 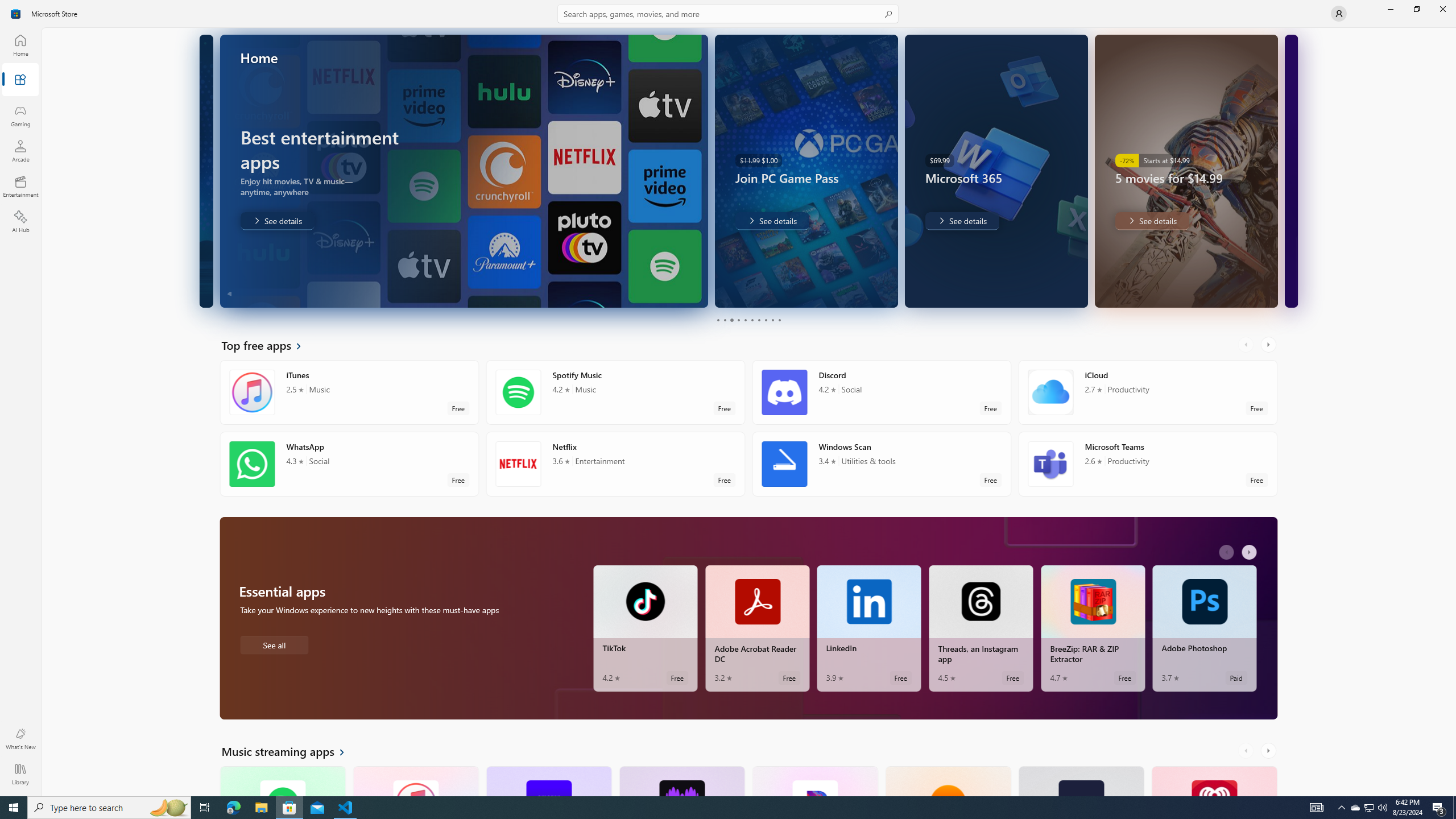 What do you see at coordinates (748, 320) in the screenshot?
I see `'Pager'` at bounding box center [748, 320].